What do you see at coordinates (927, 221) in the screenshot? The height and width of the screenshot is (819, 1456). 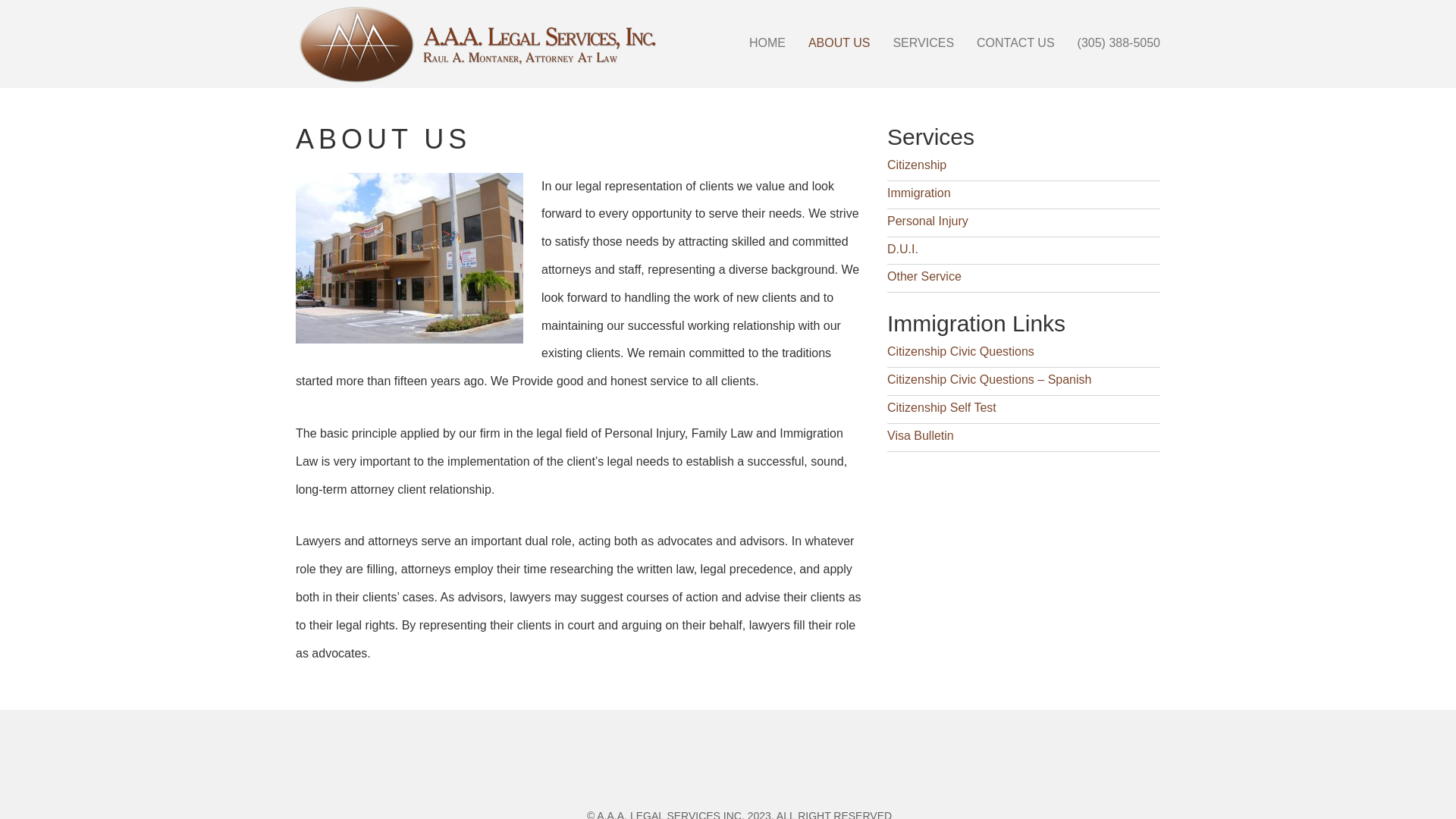 I see `'Personal Injury'` at bounding box center [927, 221].